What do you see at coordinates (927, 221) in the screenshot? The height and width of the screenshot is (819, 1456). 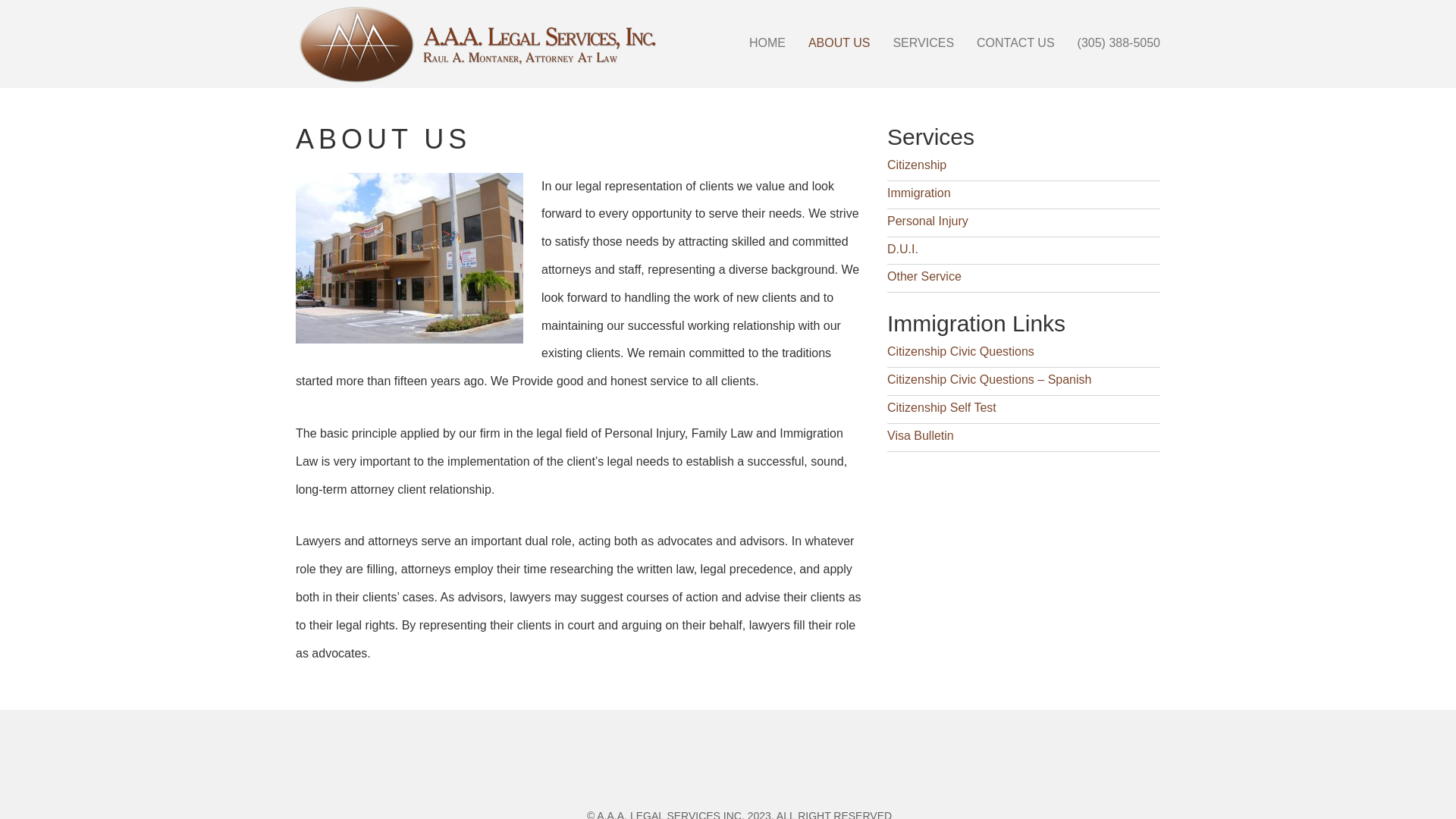 I see `'Personal Injury'` at bounding box center [927, 221].